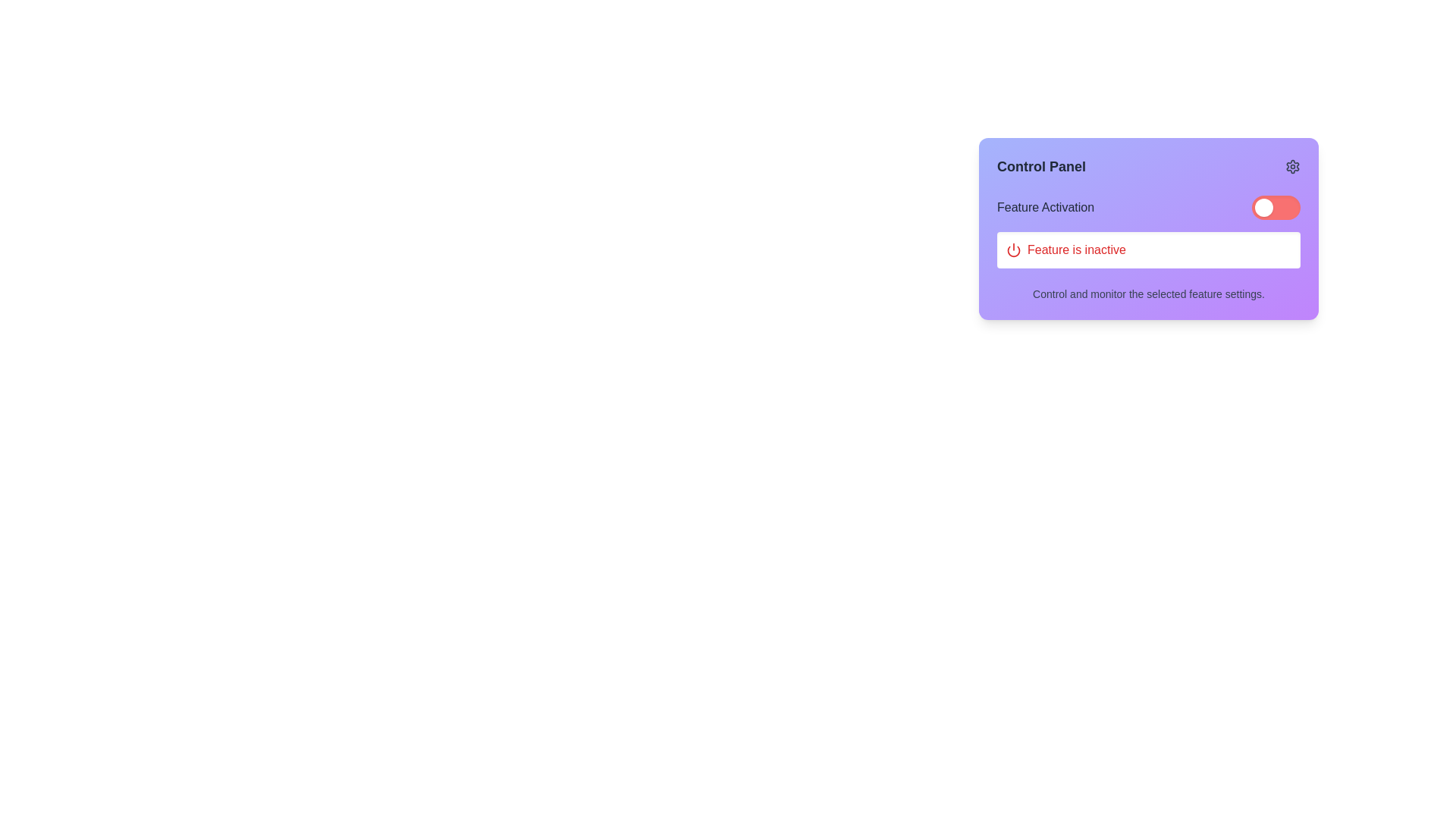  I want to click on the settings icon located in the top-right corner of the 'Control Panel' card, so click(1291, 166).